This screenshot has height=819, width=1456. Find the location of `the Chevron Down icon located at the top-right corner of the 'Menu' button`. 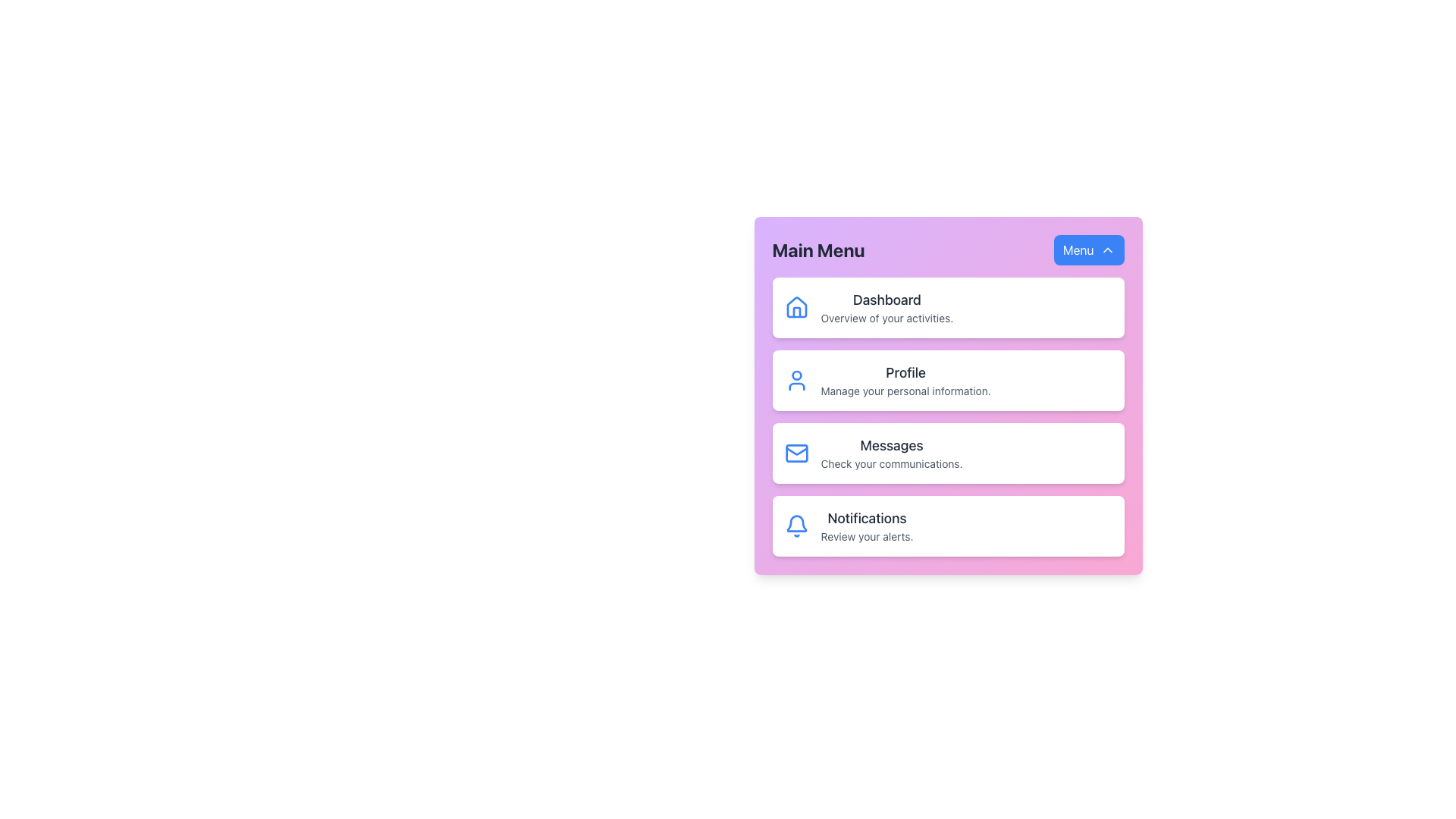

the Chevron Down icon located at the top-right corner of the 'Menu' button is located at coordinates (1107, 249).